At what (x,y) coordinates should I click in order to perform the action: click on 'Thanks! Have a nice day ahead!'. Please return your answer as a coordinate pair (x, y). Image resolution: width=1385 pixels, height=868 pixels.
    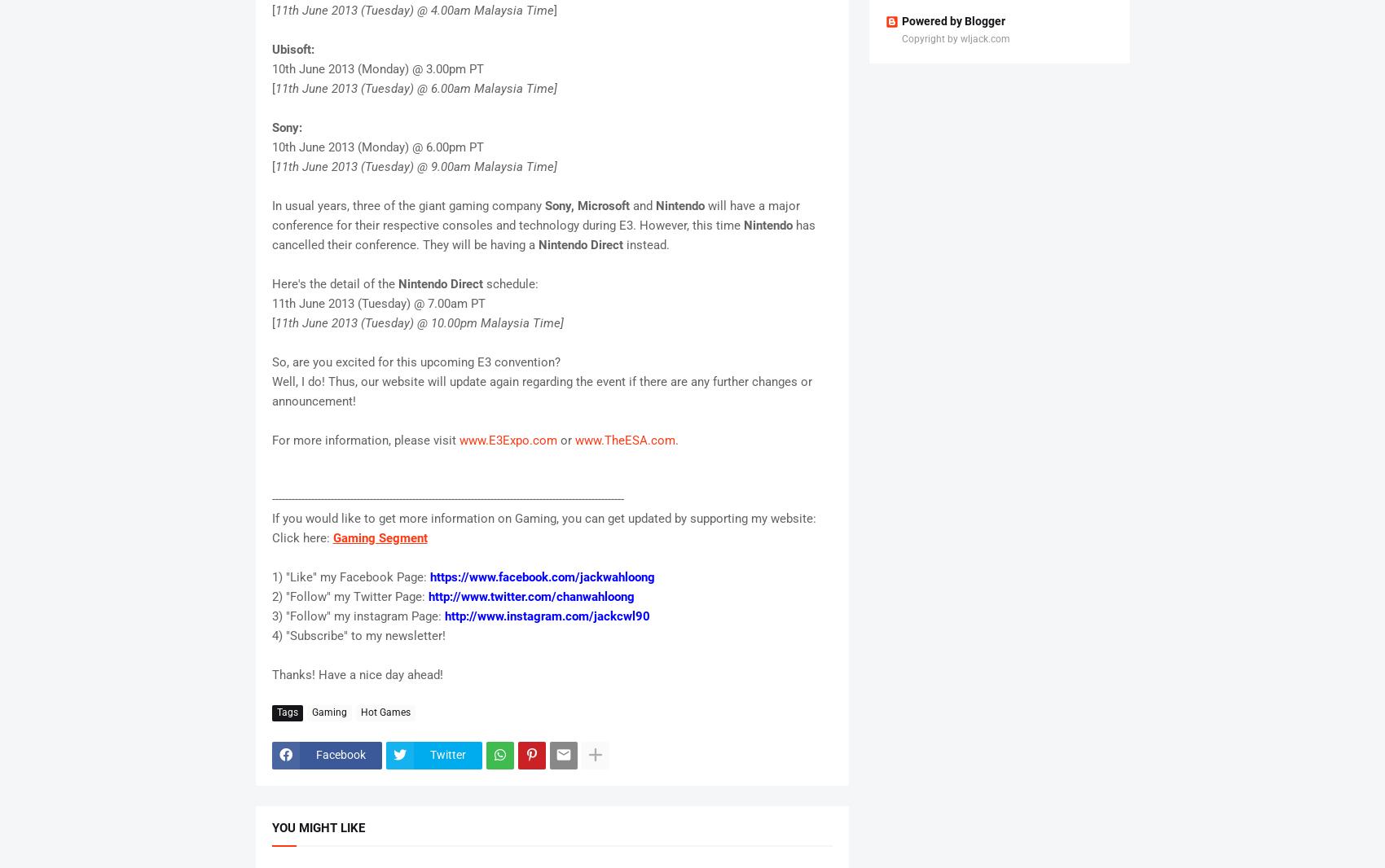
    Looking at the image, I should click on (356, 673).